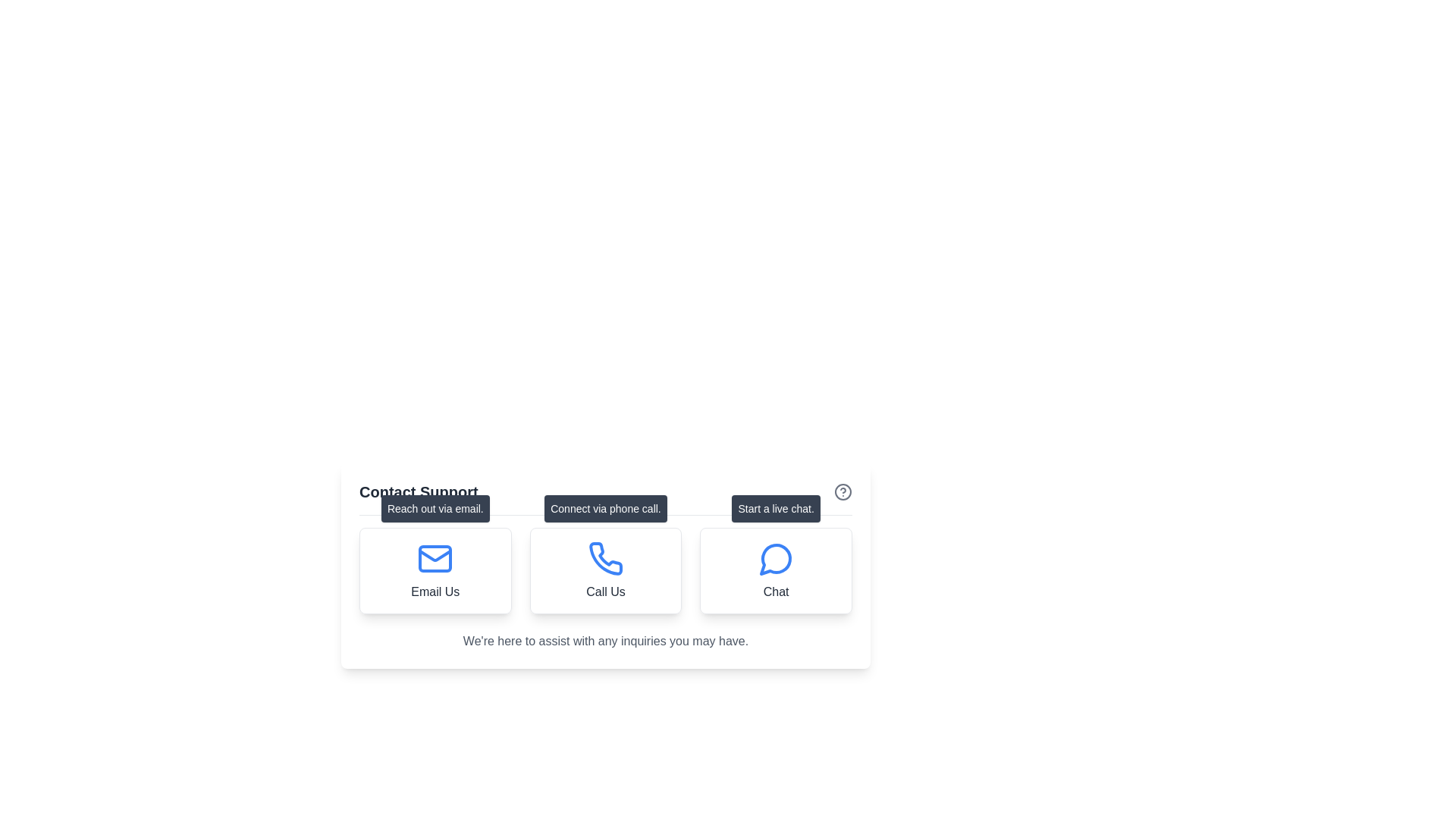 This screenshot has height=819, width=1456. What do you see at coordinates (604, 565) in the screenshot?
I see `the support call button located in the central column of the three-column layout to initiate a phone call for support inquiries` at bounding box center [604, 565].